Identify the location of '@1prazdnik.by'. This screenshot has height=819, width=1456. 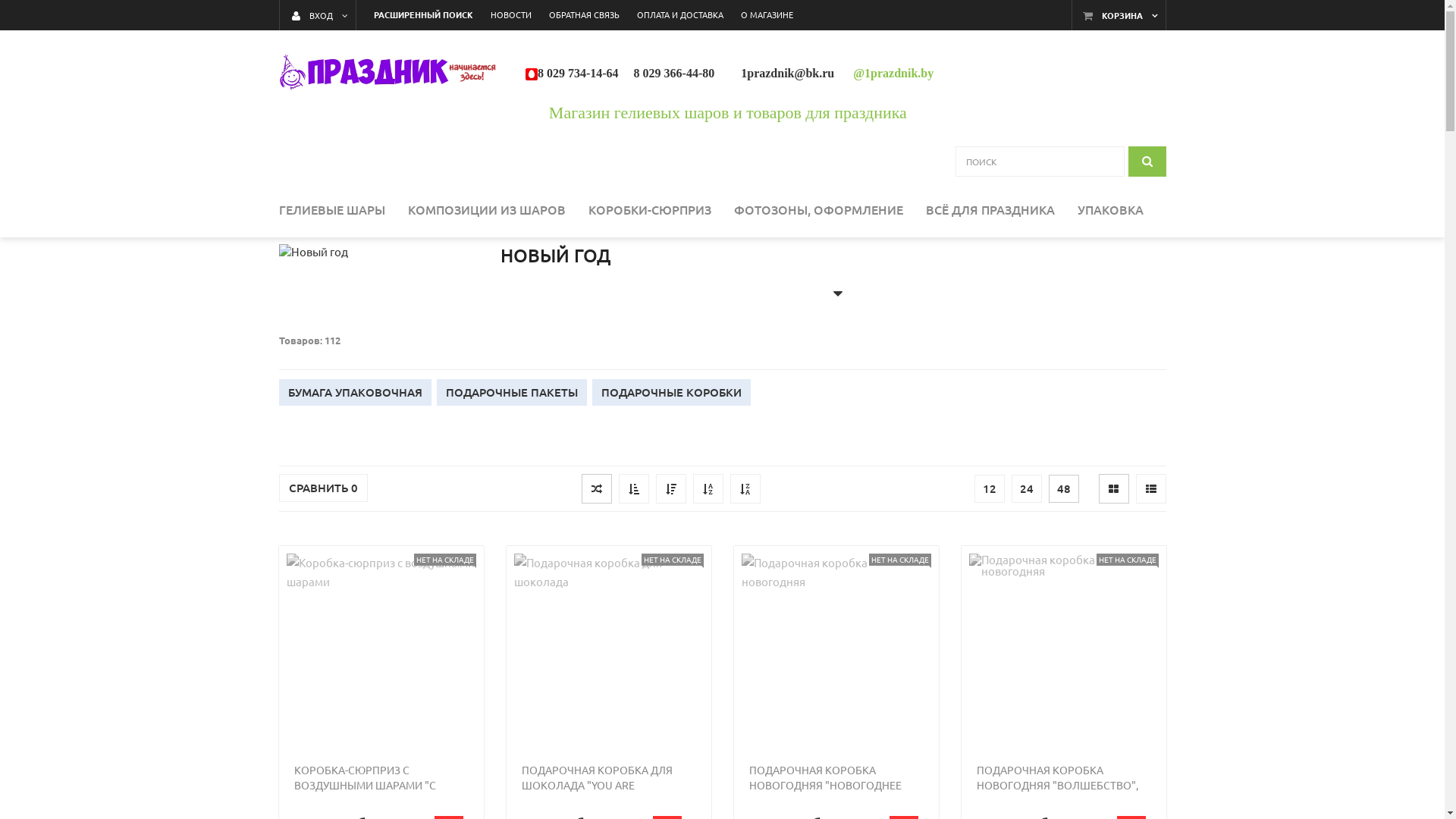
(893, 73).